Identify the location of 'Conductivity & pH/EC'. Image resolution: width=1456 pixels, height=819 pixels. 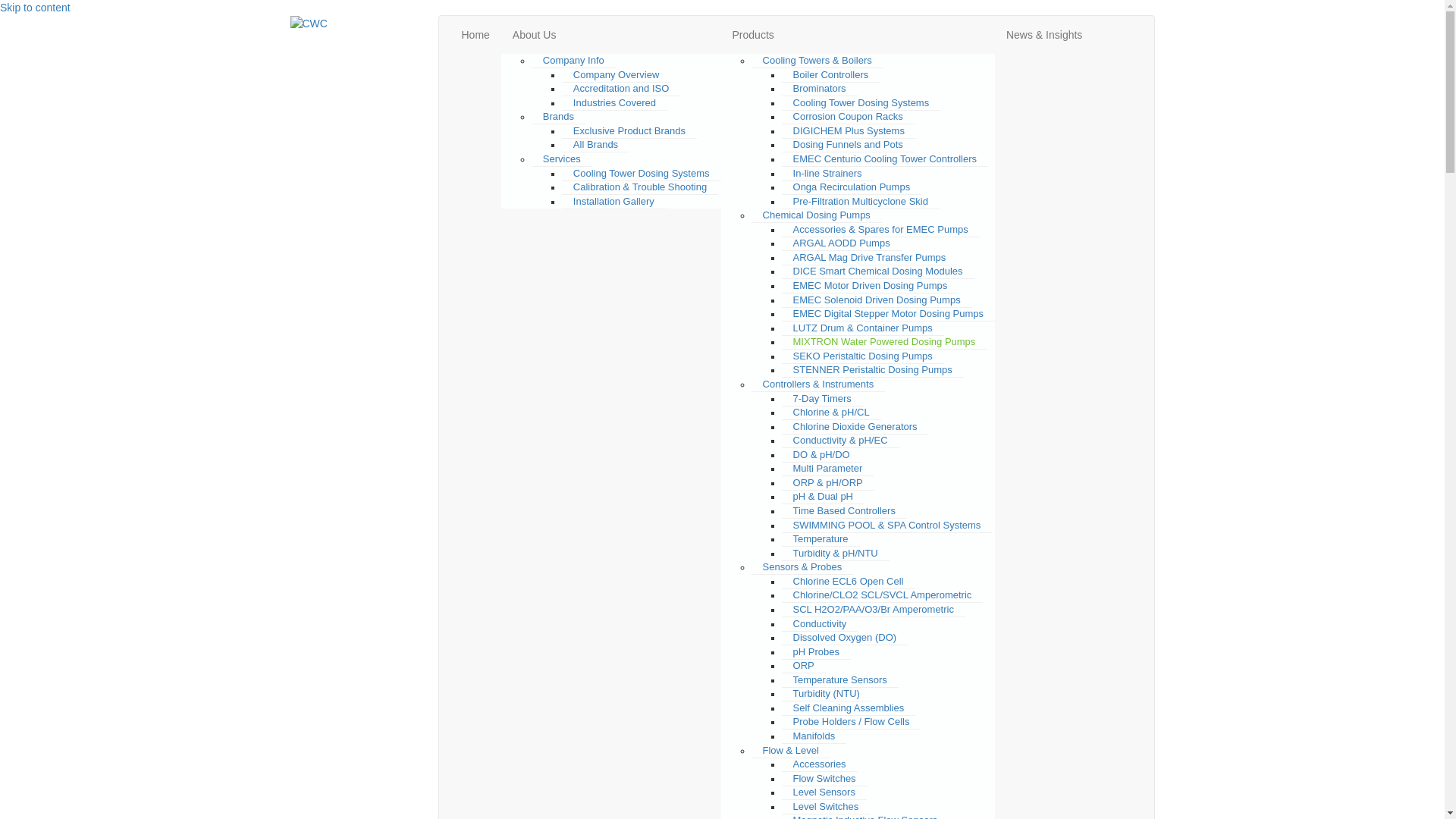
(839, 441).